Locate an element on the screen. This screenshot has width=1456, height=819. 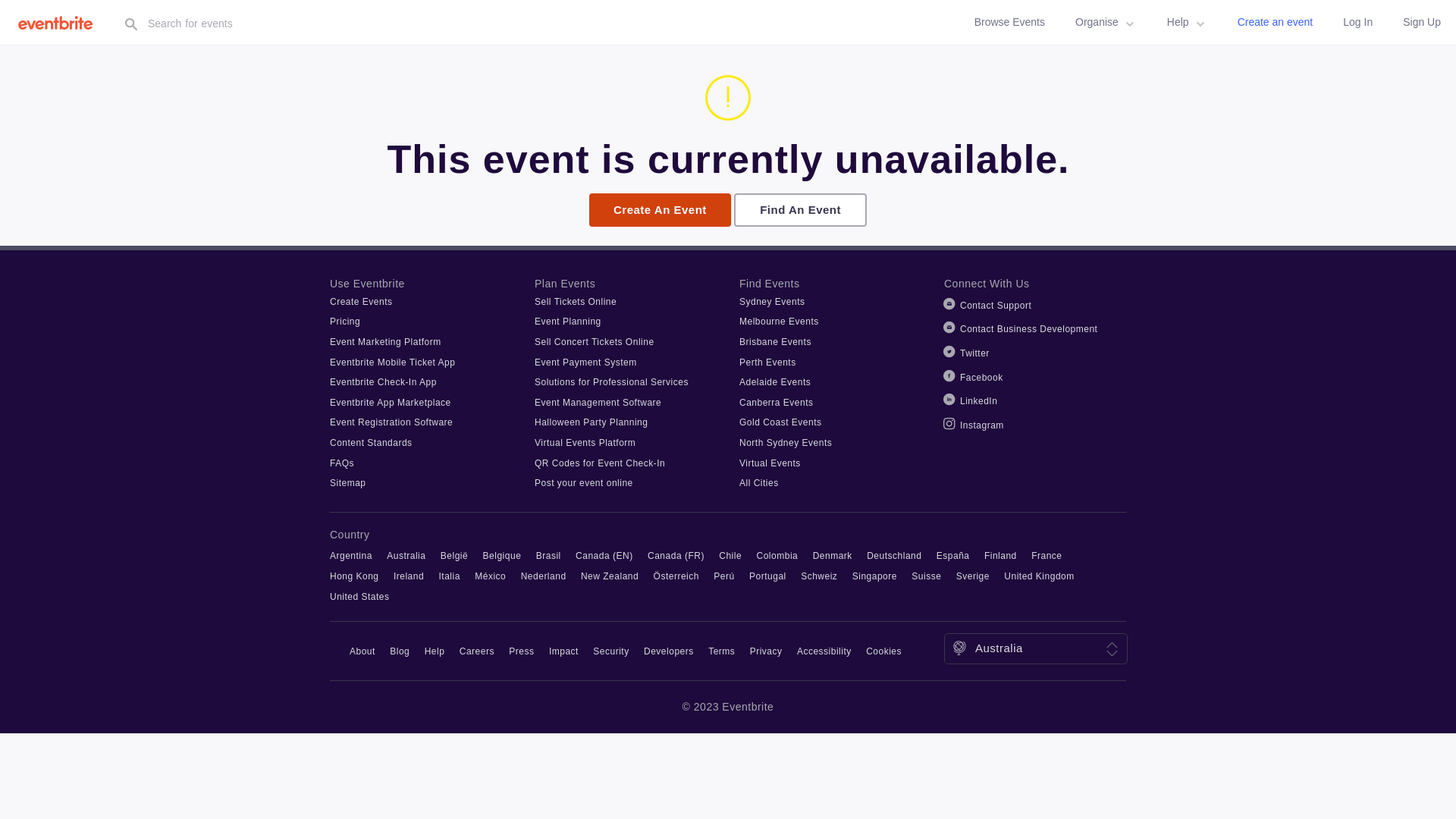
'Sverige' is located at coordinates (972, 576).